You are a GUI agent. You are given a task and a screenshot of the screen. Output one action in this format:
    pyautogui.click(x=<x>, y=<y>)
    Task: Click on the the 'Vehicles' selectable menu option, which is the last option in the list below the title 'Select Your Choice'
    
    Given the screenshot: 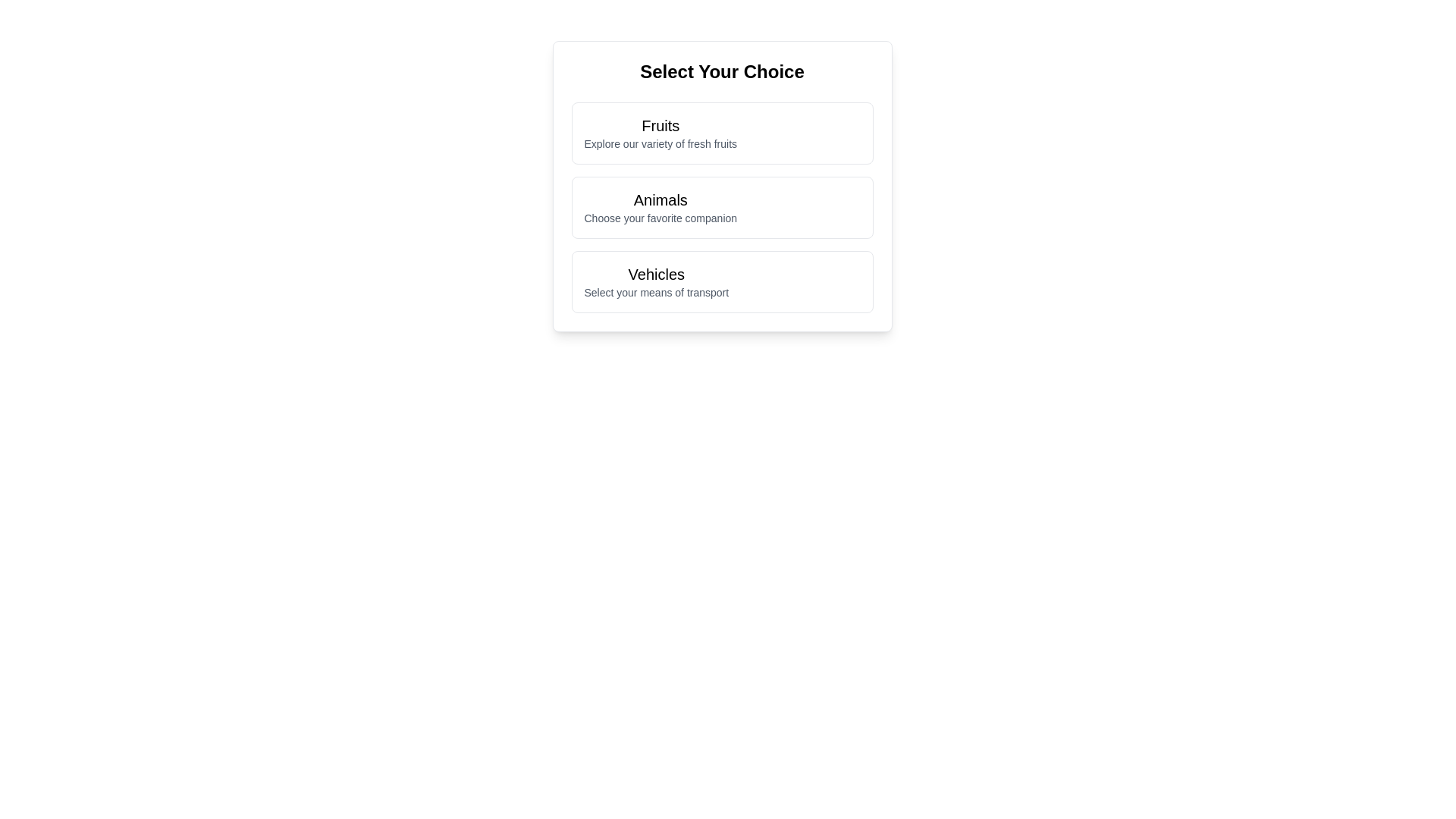 What is the action you would take?
    pyautogui.click(x=656, y=281)
    